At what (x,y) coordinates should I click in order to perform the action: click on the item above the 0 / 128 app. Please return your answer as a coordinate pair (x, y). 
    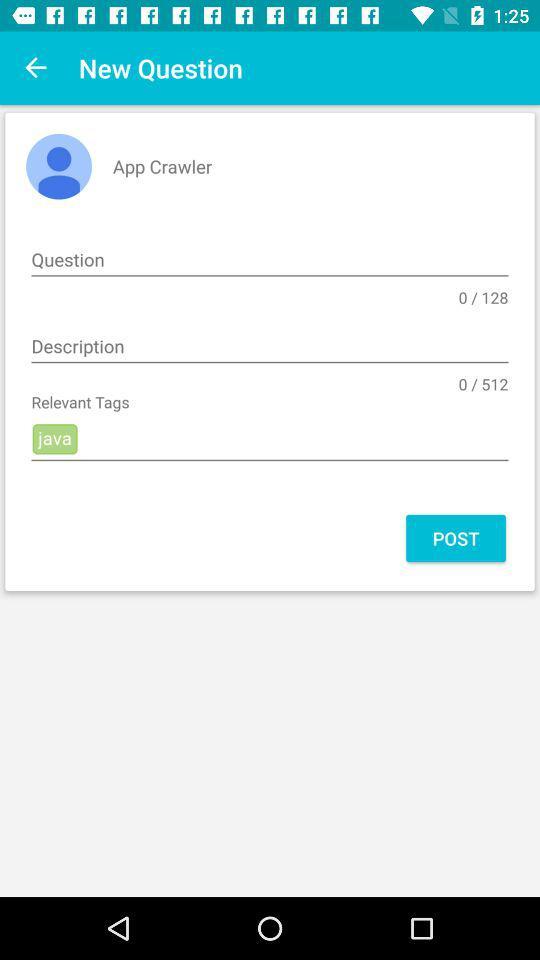
    Looking at the image, I should click on (270, 259).